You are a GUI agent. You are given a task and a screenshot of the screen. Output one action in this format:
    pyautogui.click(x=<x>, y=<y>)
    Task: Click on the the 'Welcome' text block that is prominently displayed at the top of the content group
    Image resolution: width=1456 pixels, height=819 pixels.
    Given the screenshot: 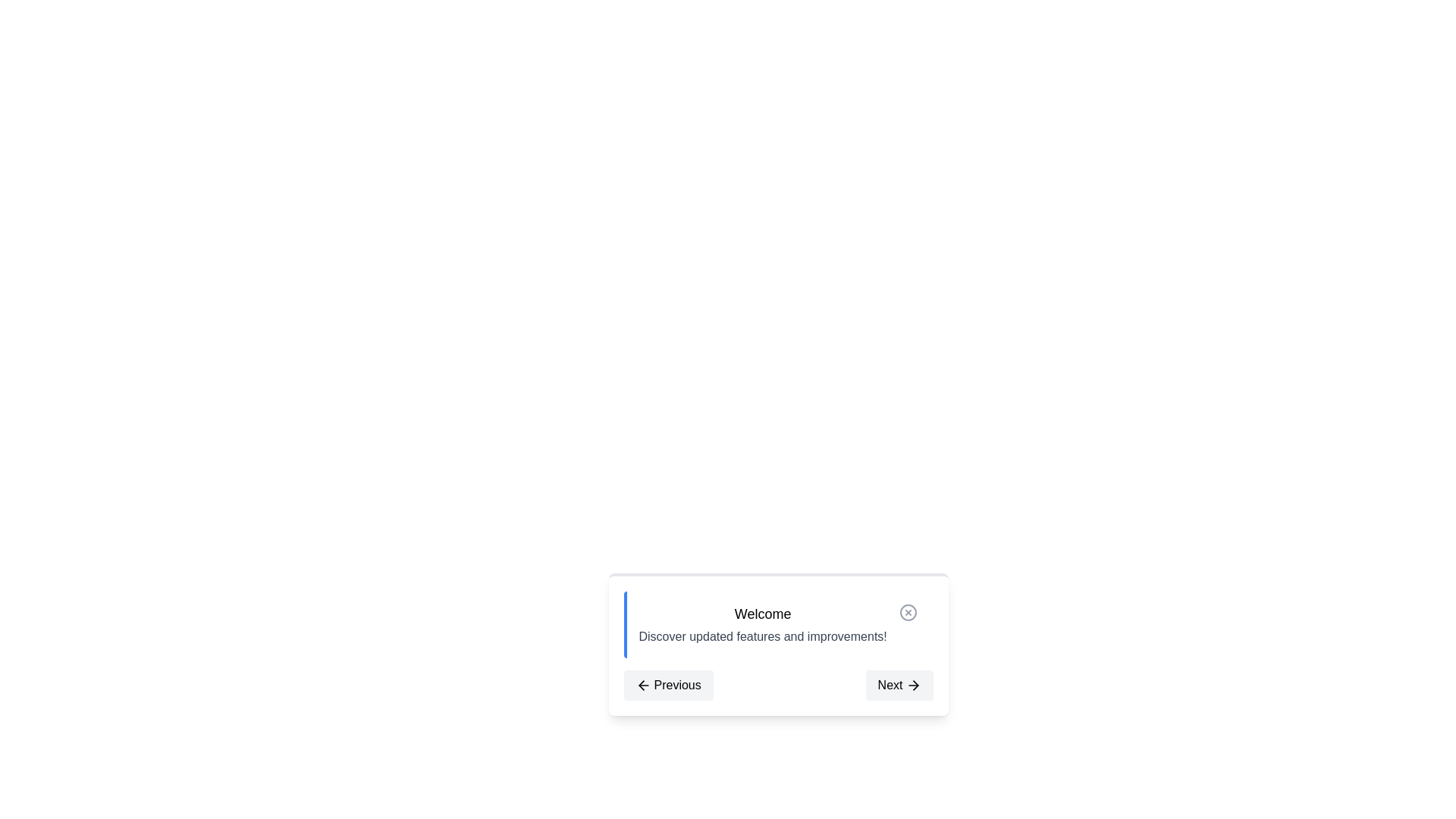 What is the action you would take?
    pyautogui.click(x=763, y=614)
    